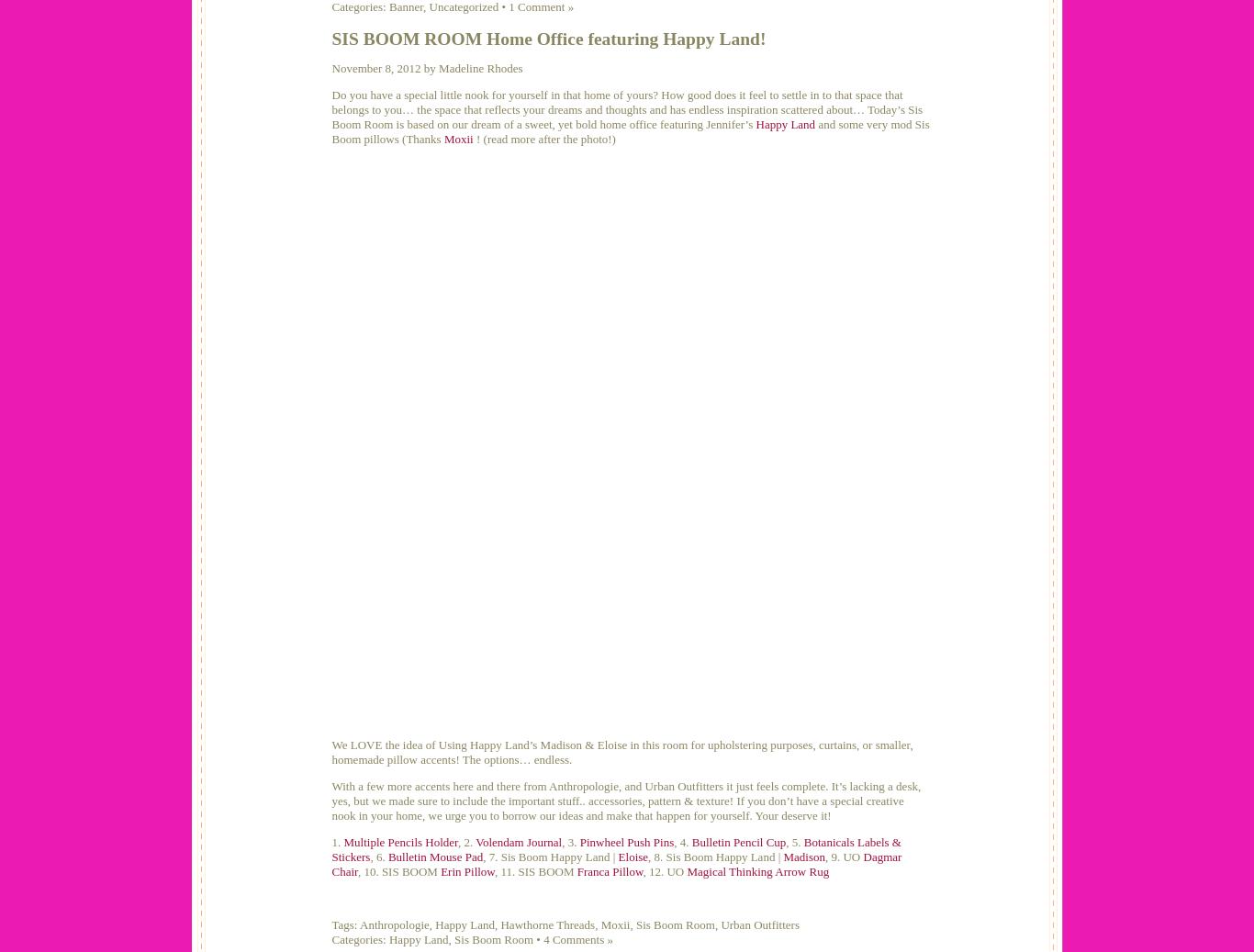 This screenshot has width=1254, height=952. What do you see at coordinates (342, 842) in the screenshot?
I see `'Multiple Pencils Holder'` at bounding box center [342, 842].